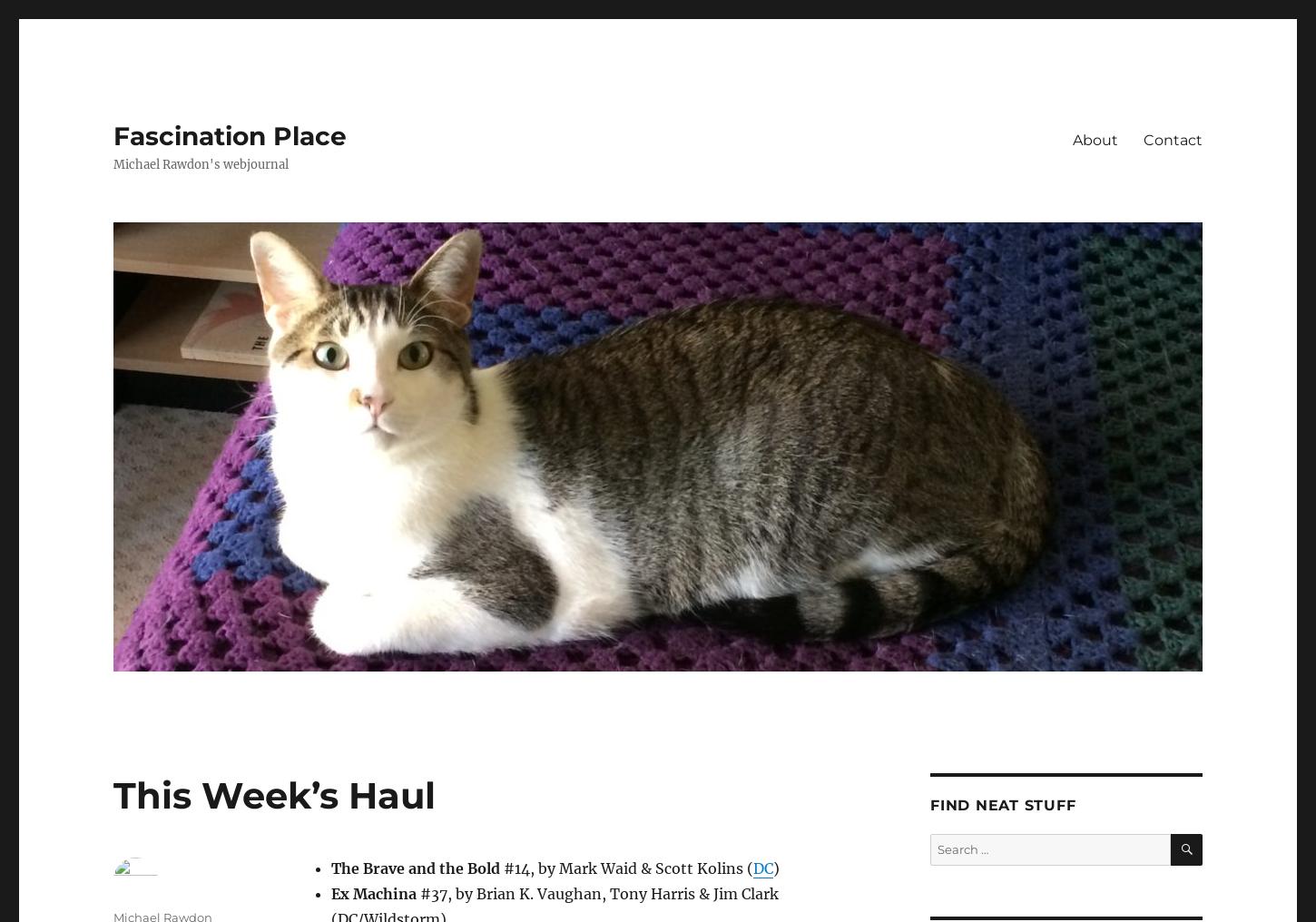  What do you see at coordinates (1002, 805) in the screenshot?
I see `'Find Neat Stuff'` at bounding box center [1002, 805].